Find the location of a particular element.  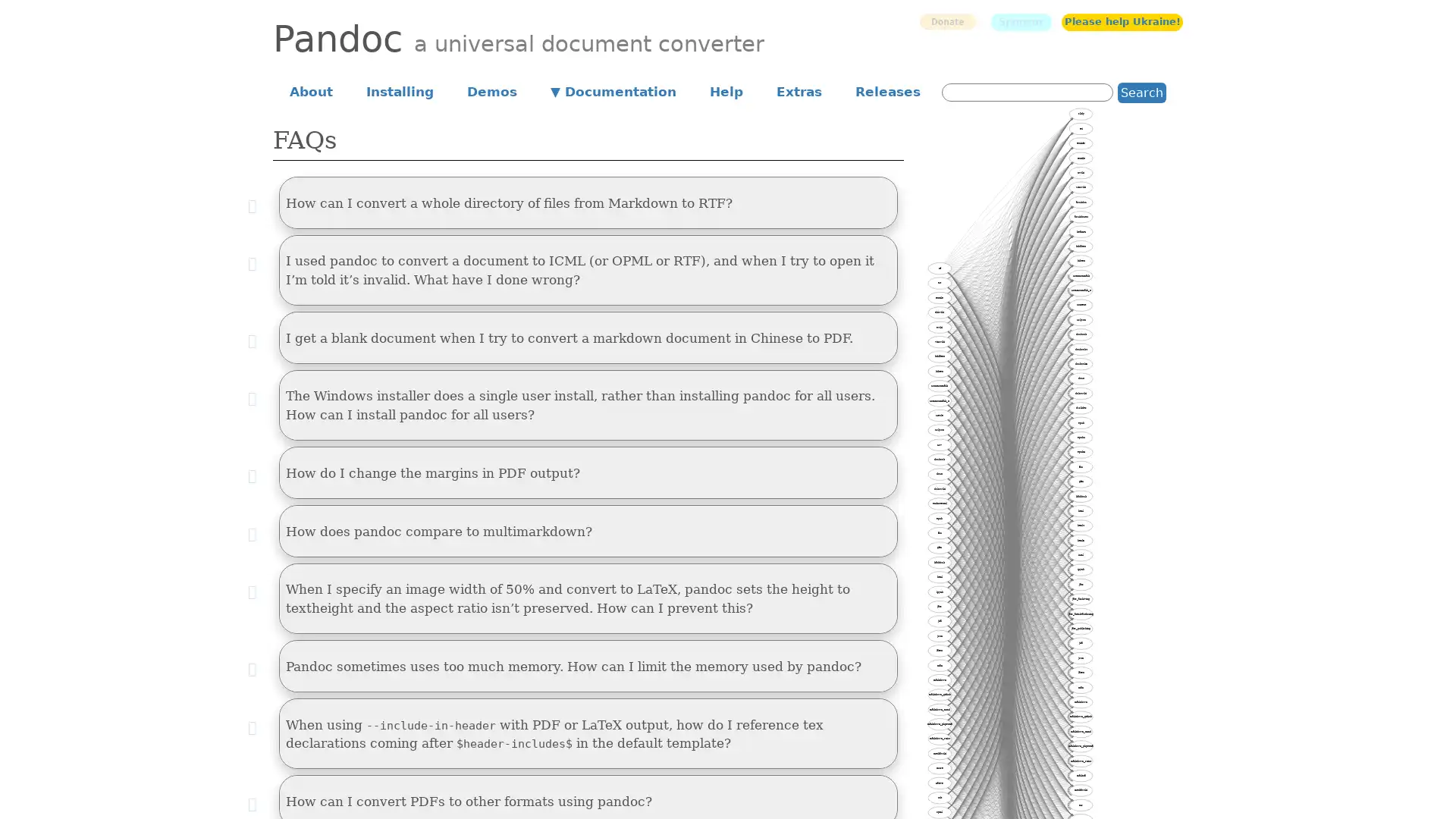

Search is located at coordinates (1142, 92).